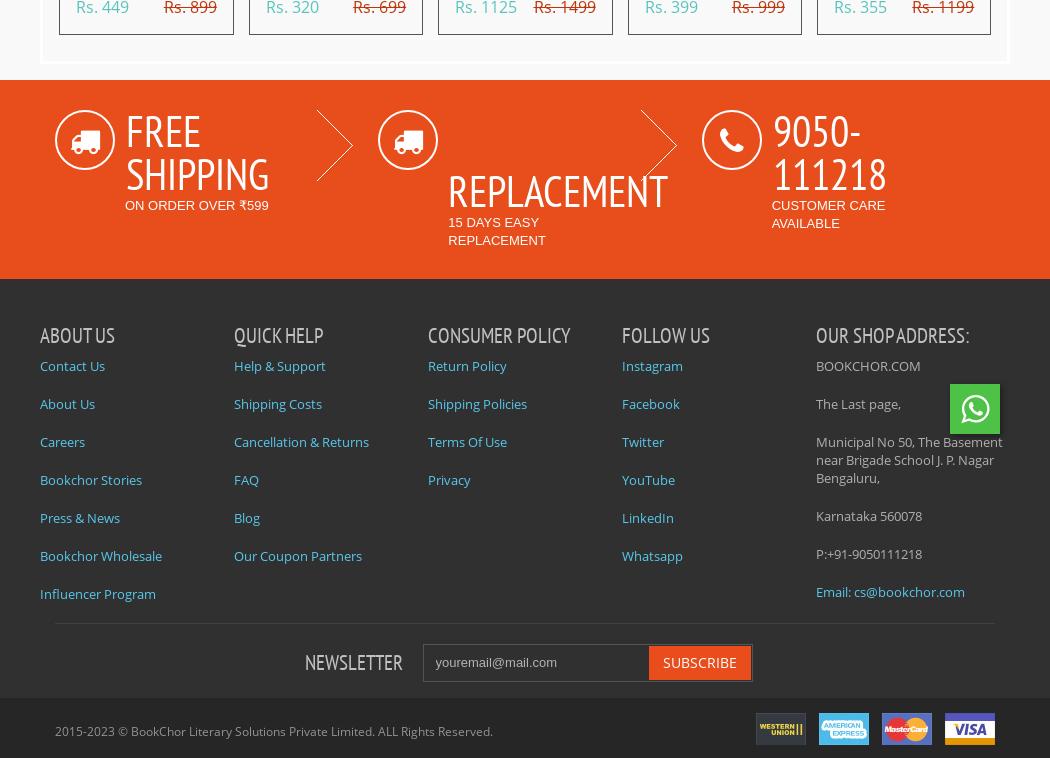 This screenshot has height=758, width=1050. What do you see at coordinates (498, 334) in the screenshot?
I see `'CONSUMER POLICY'` at bounding box center [498, 334].